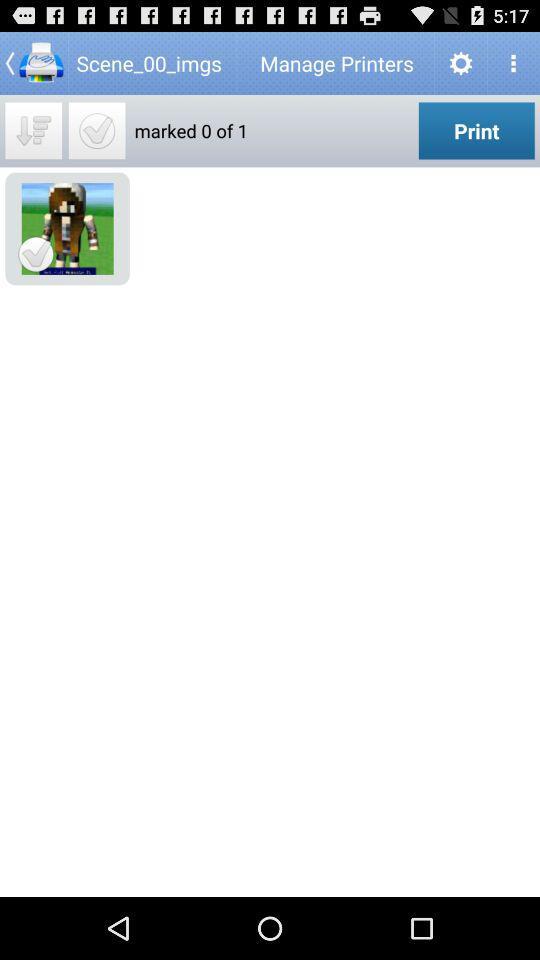 This screenshot has height=960, width=540. I want to click on the app to the left of the marked 0 of app, so click(96, 129).